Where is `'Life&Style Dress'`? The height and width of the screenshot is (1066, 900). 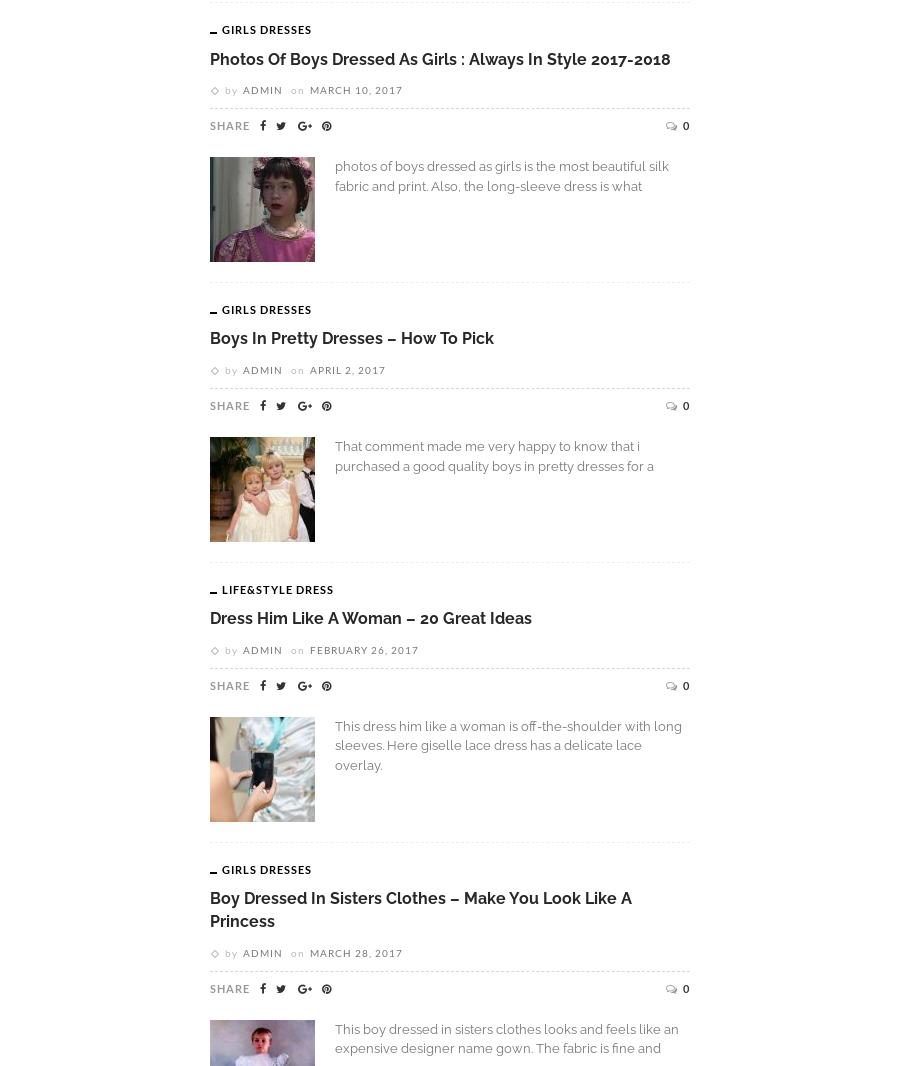
'Life&Style Dress' is located at coordinates (277, 588).